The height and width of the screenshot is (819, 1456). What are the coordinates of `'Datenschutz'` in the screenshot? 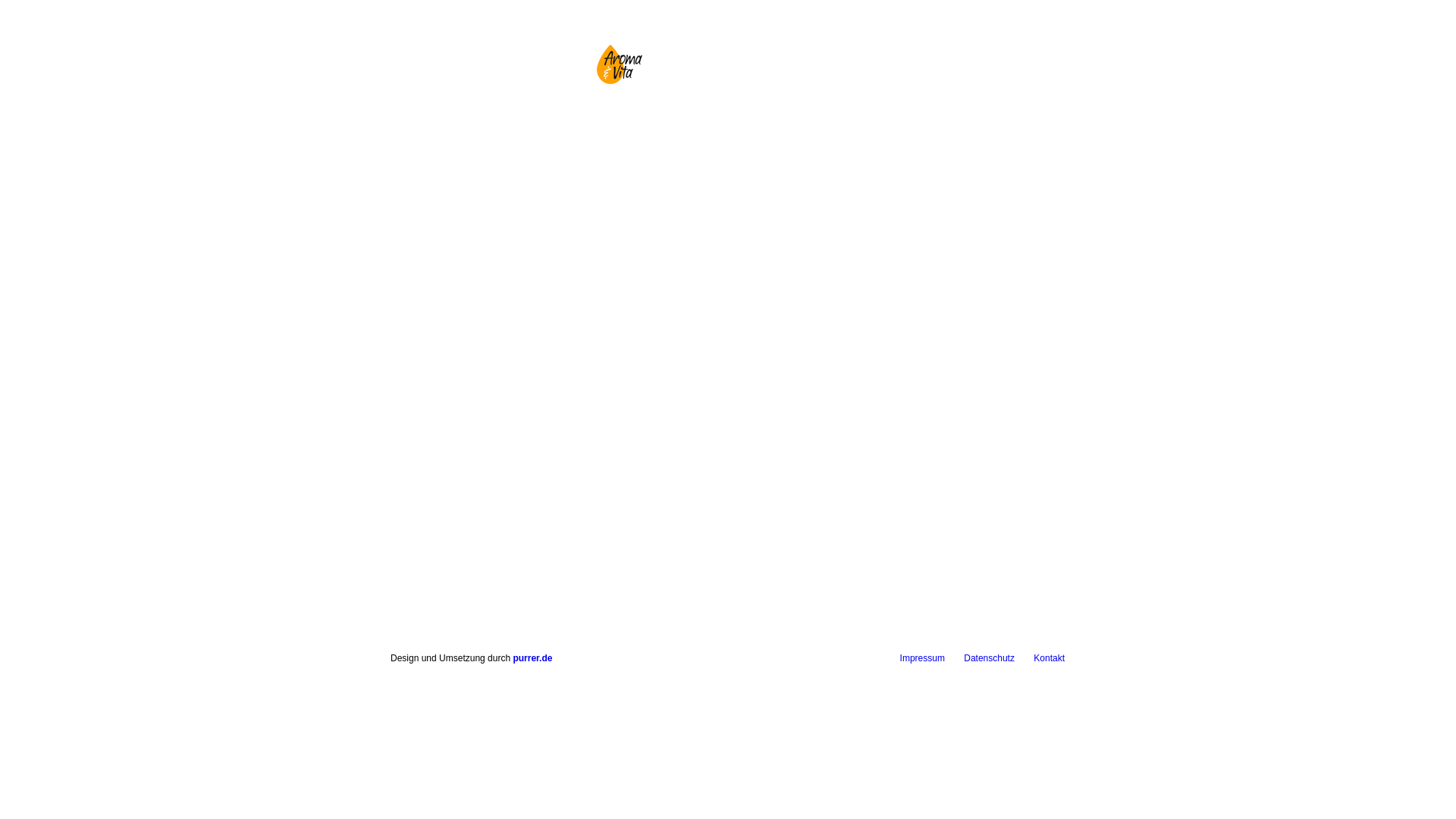 It's located at (989, 657).